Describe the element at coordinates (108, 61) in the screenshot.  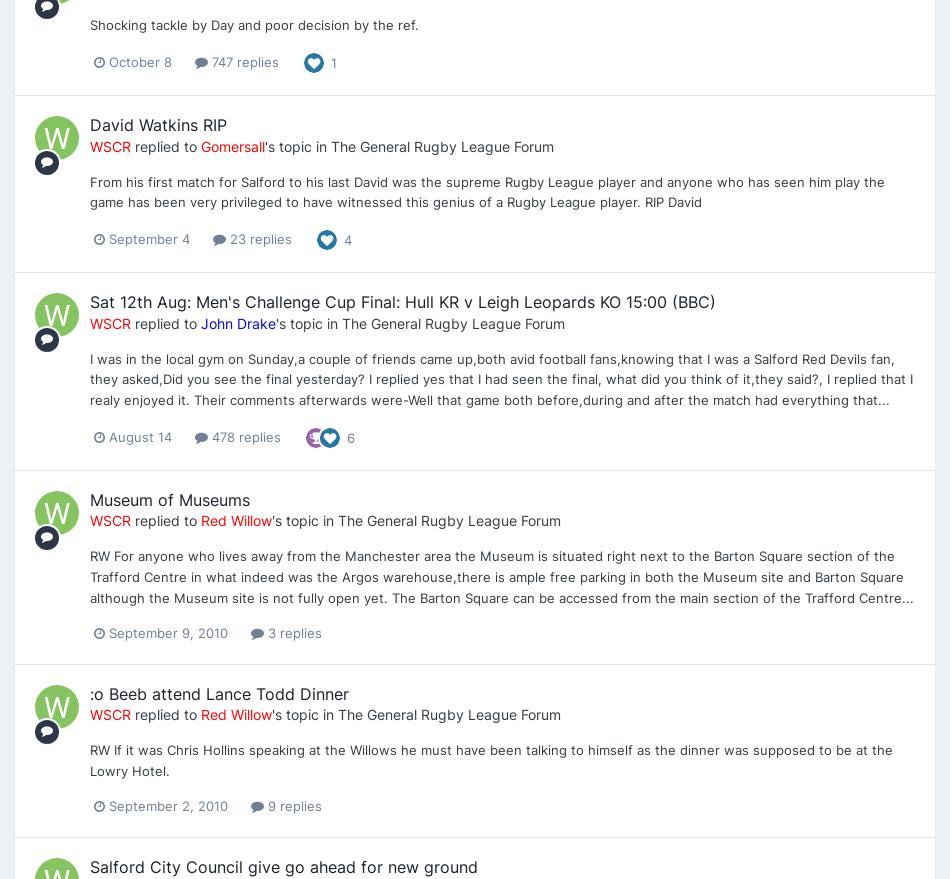
I see `'October 8'` at that location.